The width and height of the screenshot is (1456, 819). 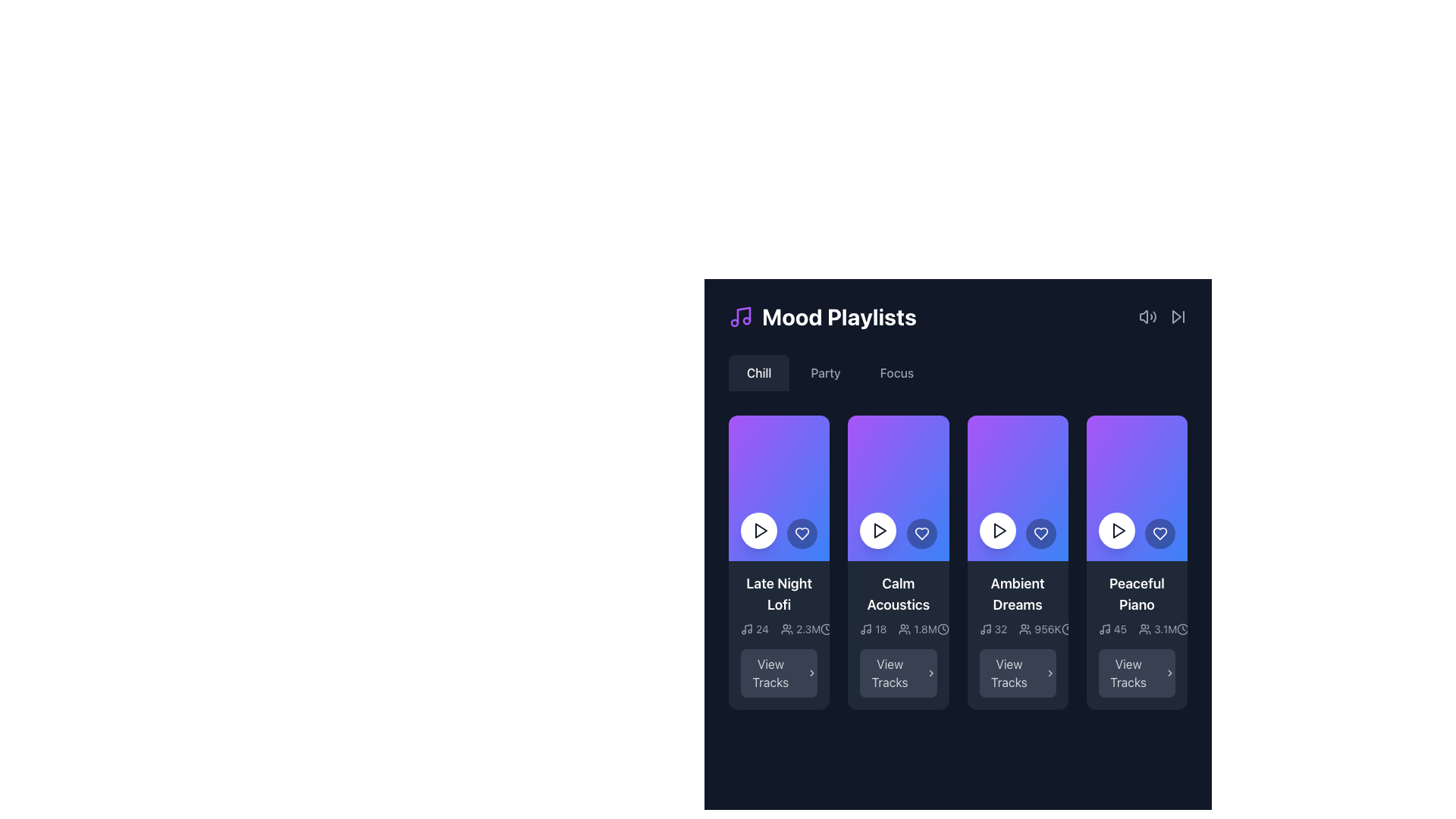 What do you see at coordinates (898, 593) in the screenshot?
I see `the main title of the second card in the playlist carousel, which indicates the title 'Calm Acoustics'` at bounding box center [898, 593].